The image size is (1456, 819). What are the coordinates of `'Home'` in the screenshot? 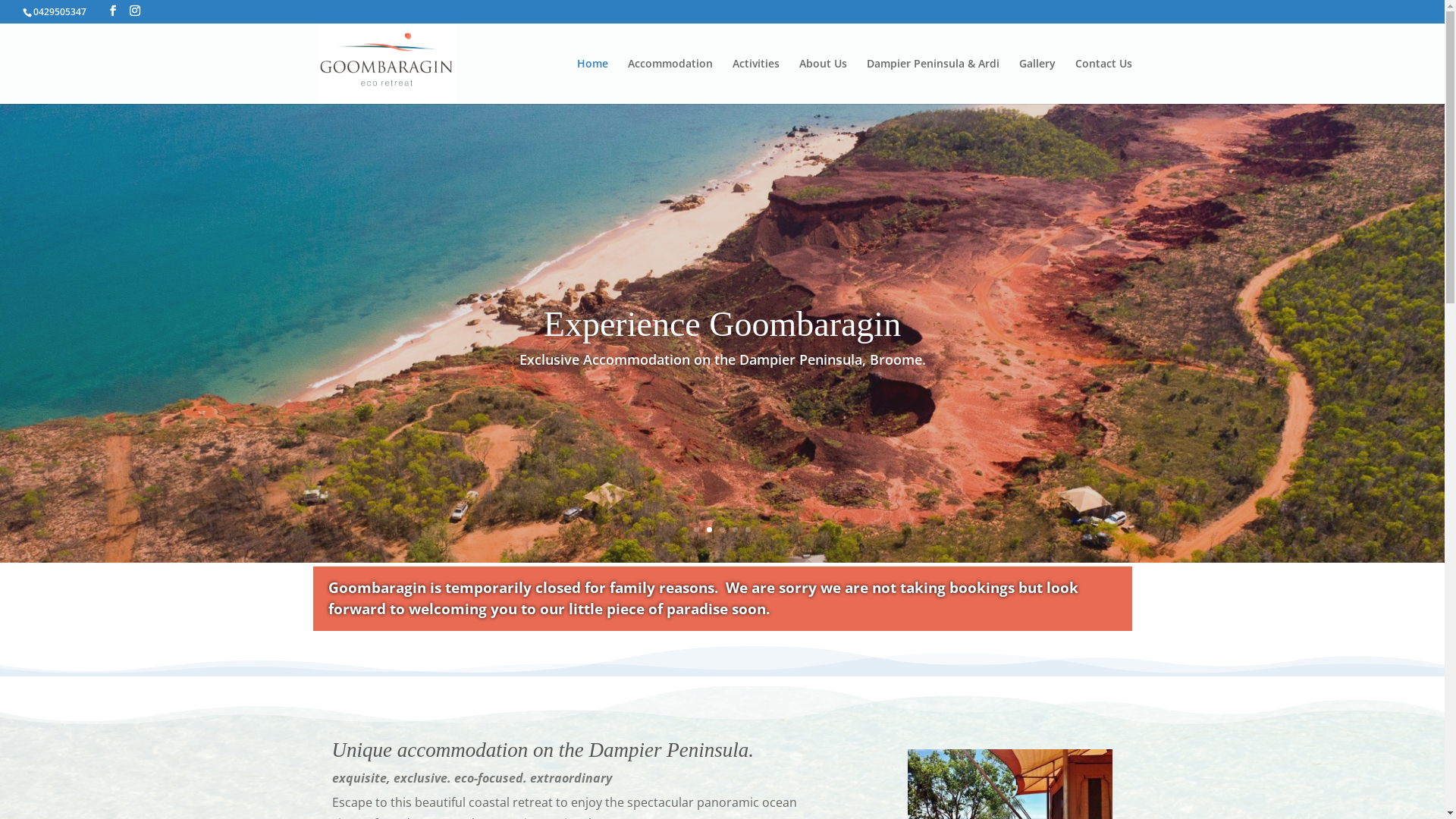 It's located at (591, 81).